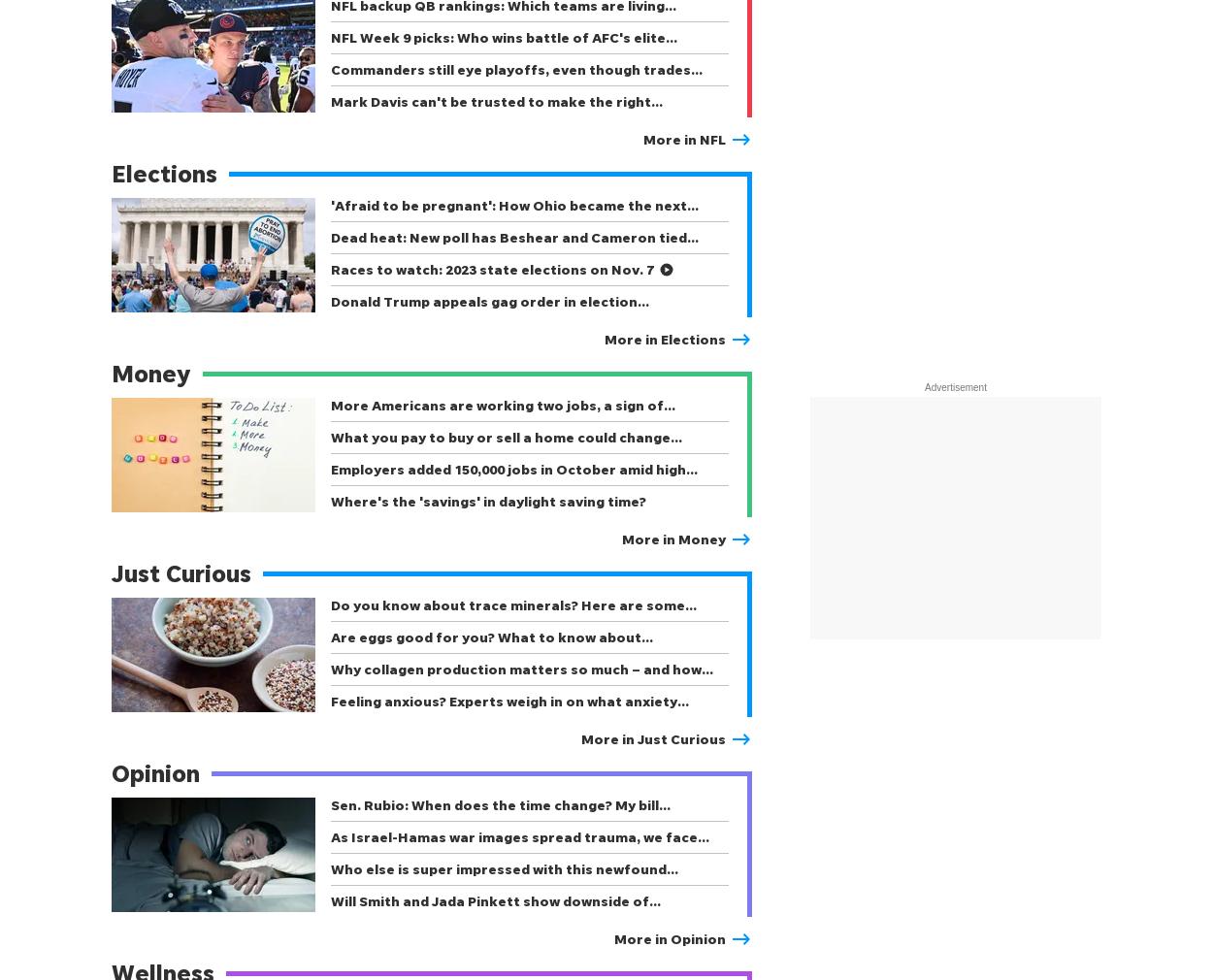 This screenshot has height=980, width=1213. What do you see at coordinates (604, 339) in the screenshot?
I see `'More in Elections'` at bounding box center [604, 339].